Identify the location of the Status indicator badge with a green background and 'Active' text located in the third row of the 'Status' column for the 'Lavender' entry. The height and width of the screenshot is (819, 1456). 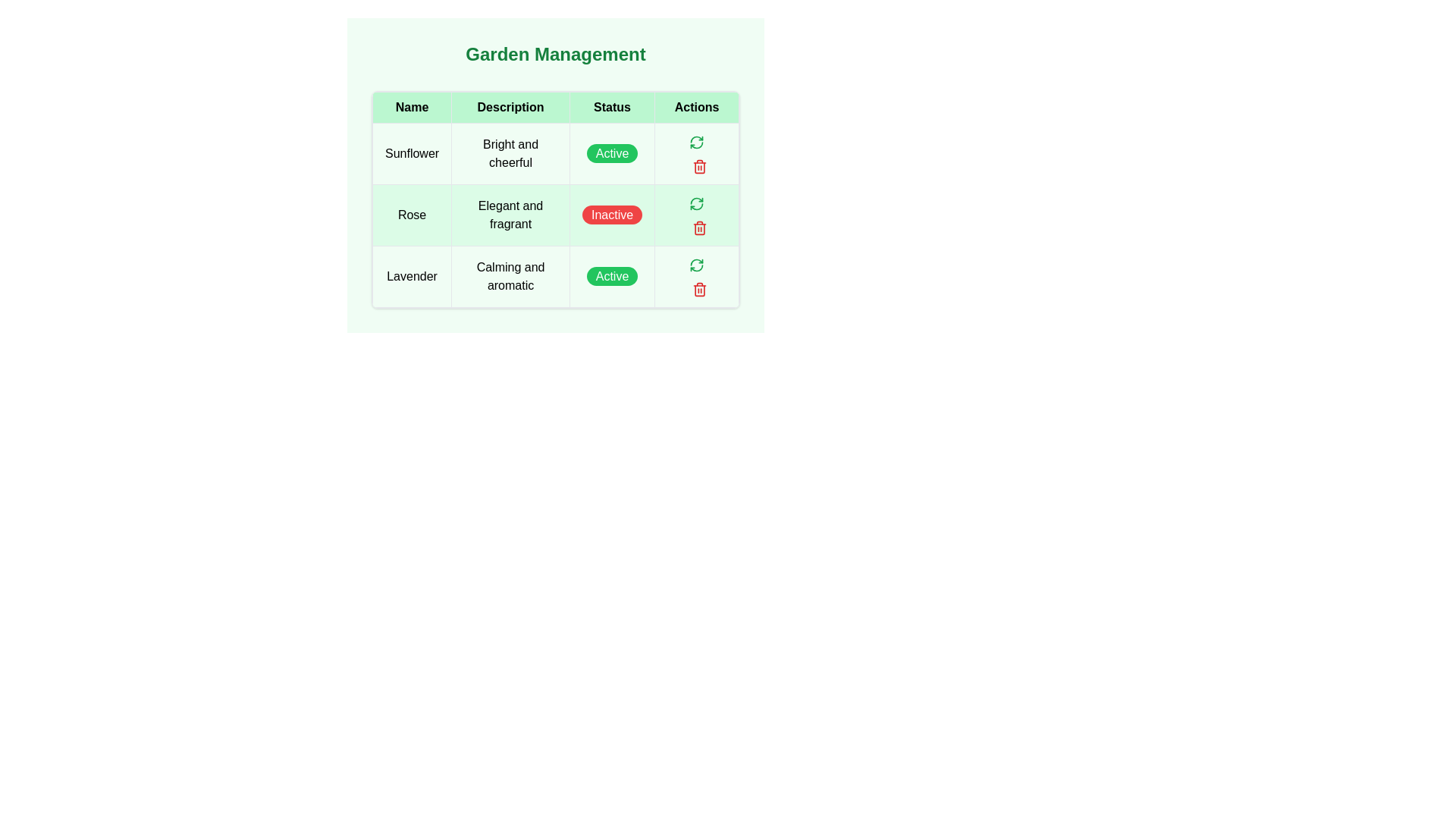
(612, 276).